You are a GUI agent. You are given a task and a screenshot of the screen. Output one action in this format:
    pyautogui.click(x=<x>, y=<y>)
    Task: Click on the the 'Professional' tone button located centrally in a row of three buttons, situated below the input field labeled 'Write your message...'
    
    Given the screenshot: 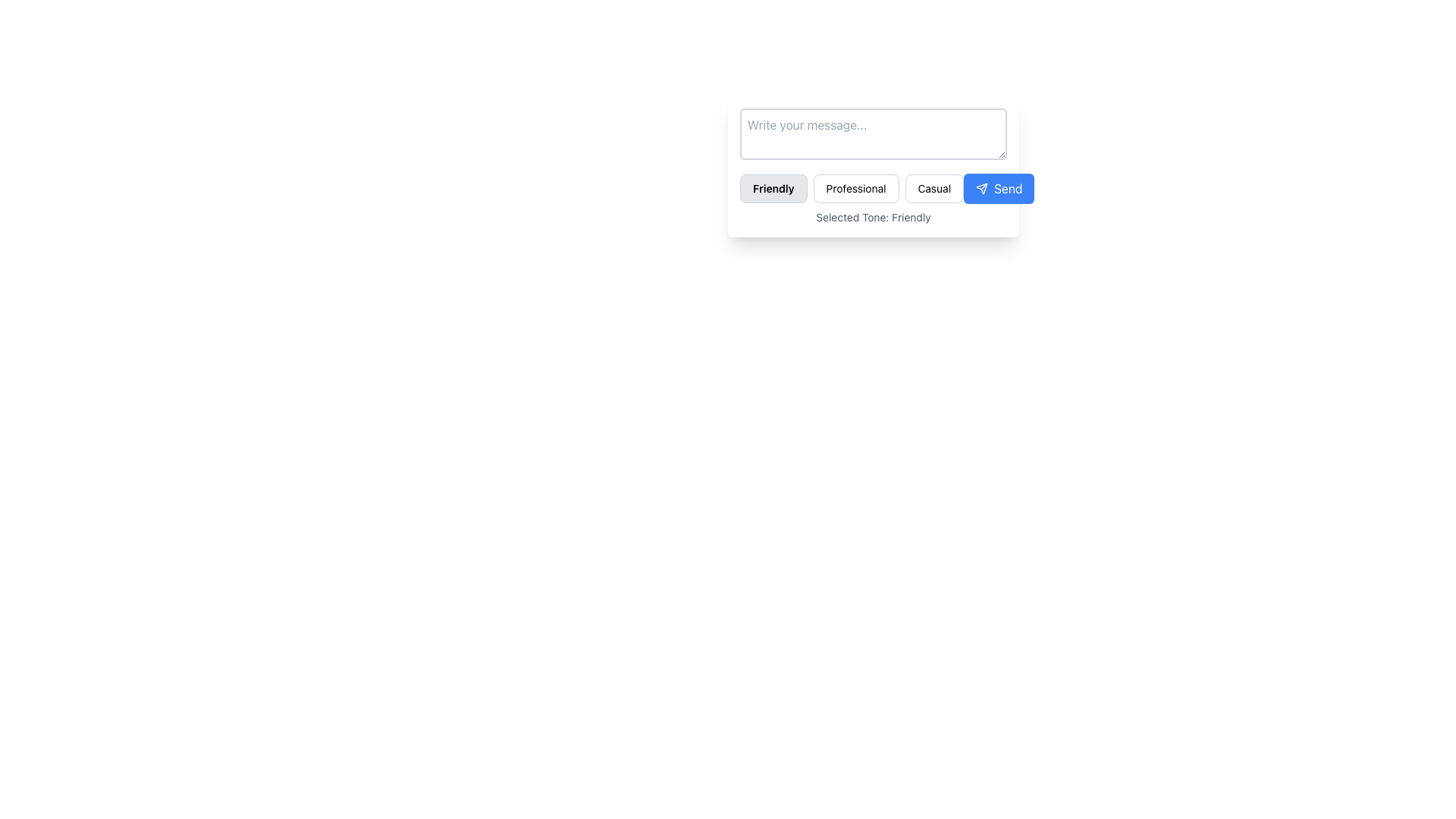 What is the action you would take?
    pyautogui.click(x=855, y=188)
    